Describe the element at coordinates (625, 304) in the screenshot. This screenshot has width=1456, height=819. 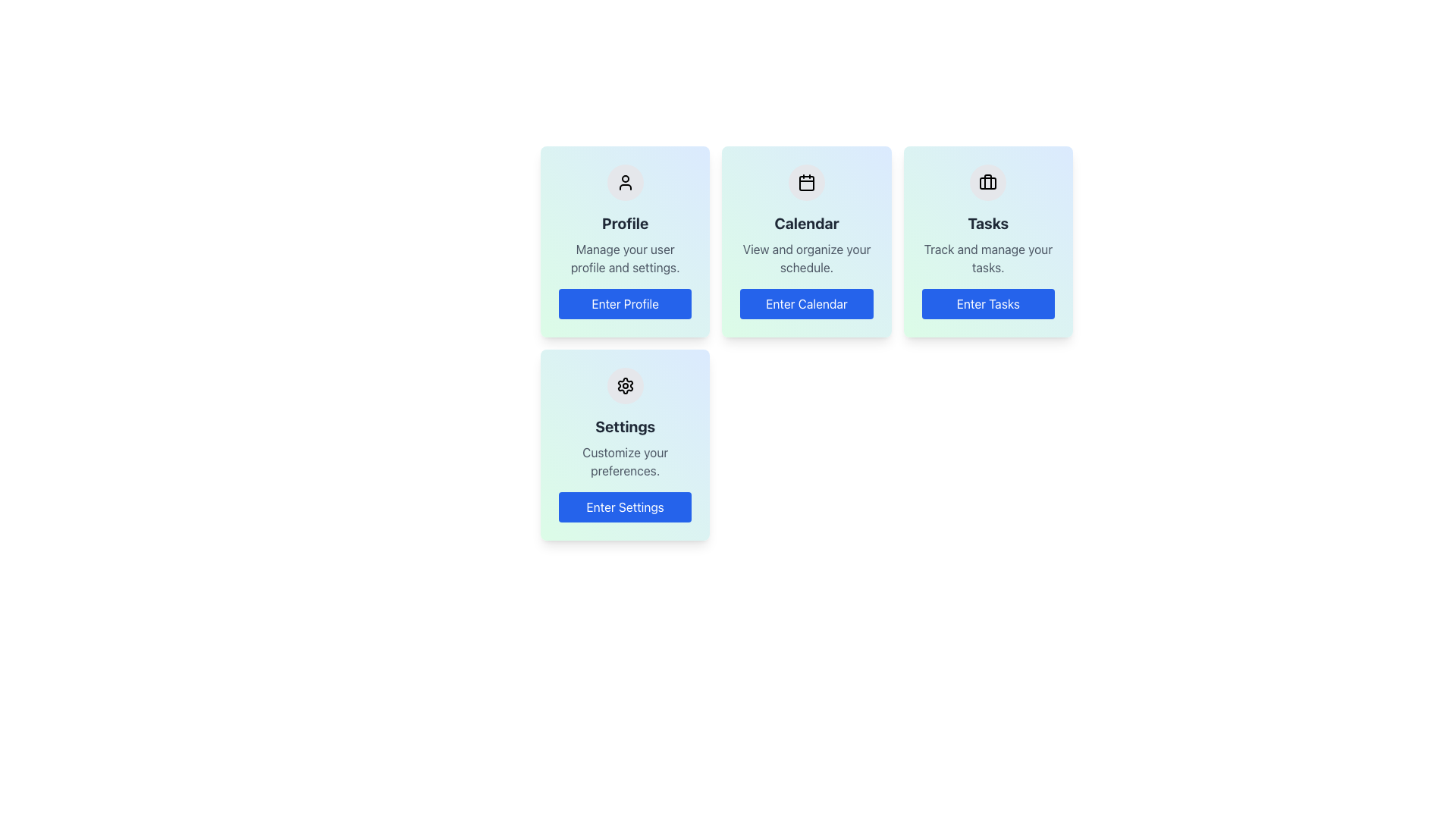
I see `the 'Enter Profile' button located at the bottom of the 'Profile' card to observe the hover effect` at that location.